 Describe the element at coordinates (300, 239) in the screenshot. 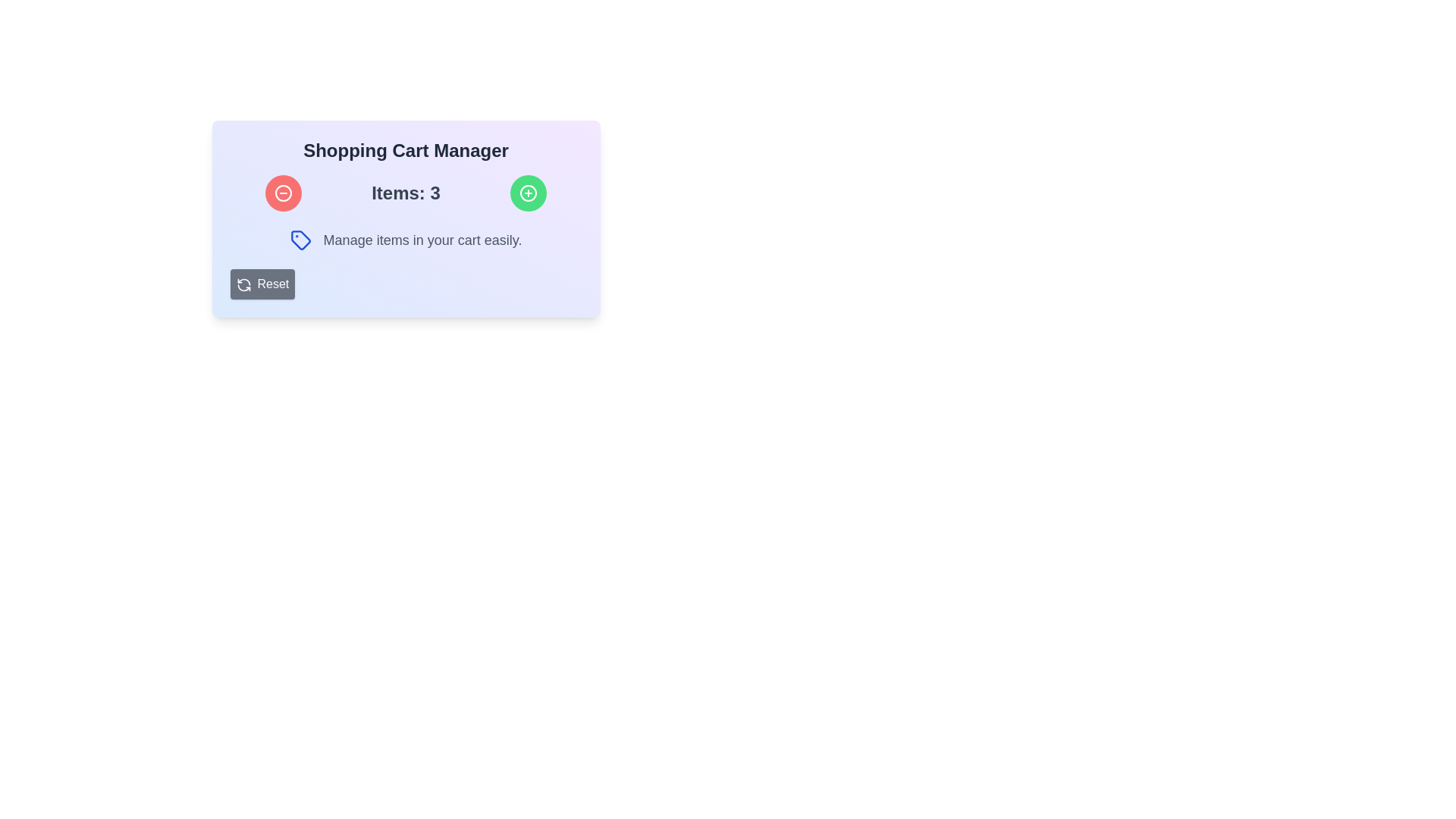

I see `the tagging or categorization icon located above the descriptive text 'Manage items in your cart easily.' and below the main header 'Shopping Cart Manager'` at that location.